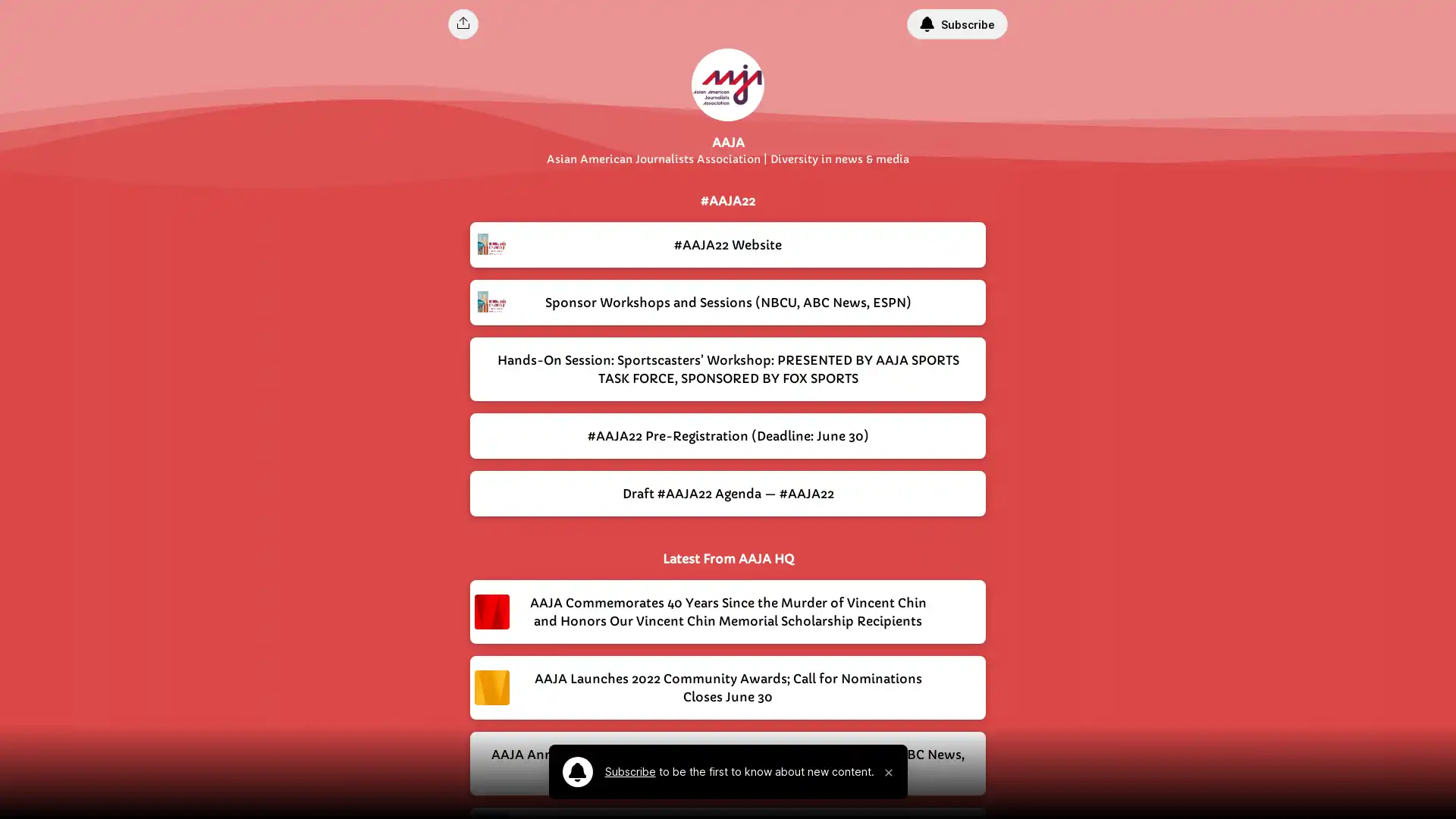  What do you see at coordinates (1115, 784) in the screenshot?
I see `Cookie Preferences` at bounding box center [1115, 784].